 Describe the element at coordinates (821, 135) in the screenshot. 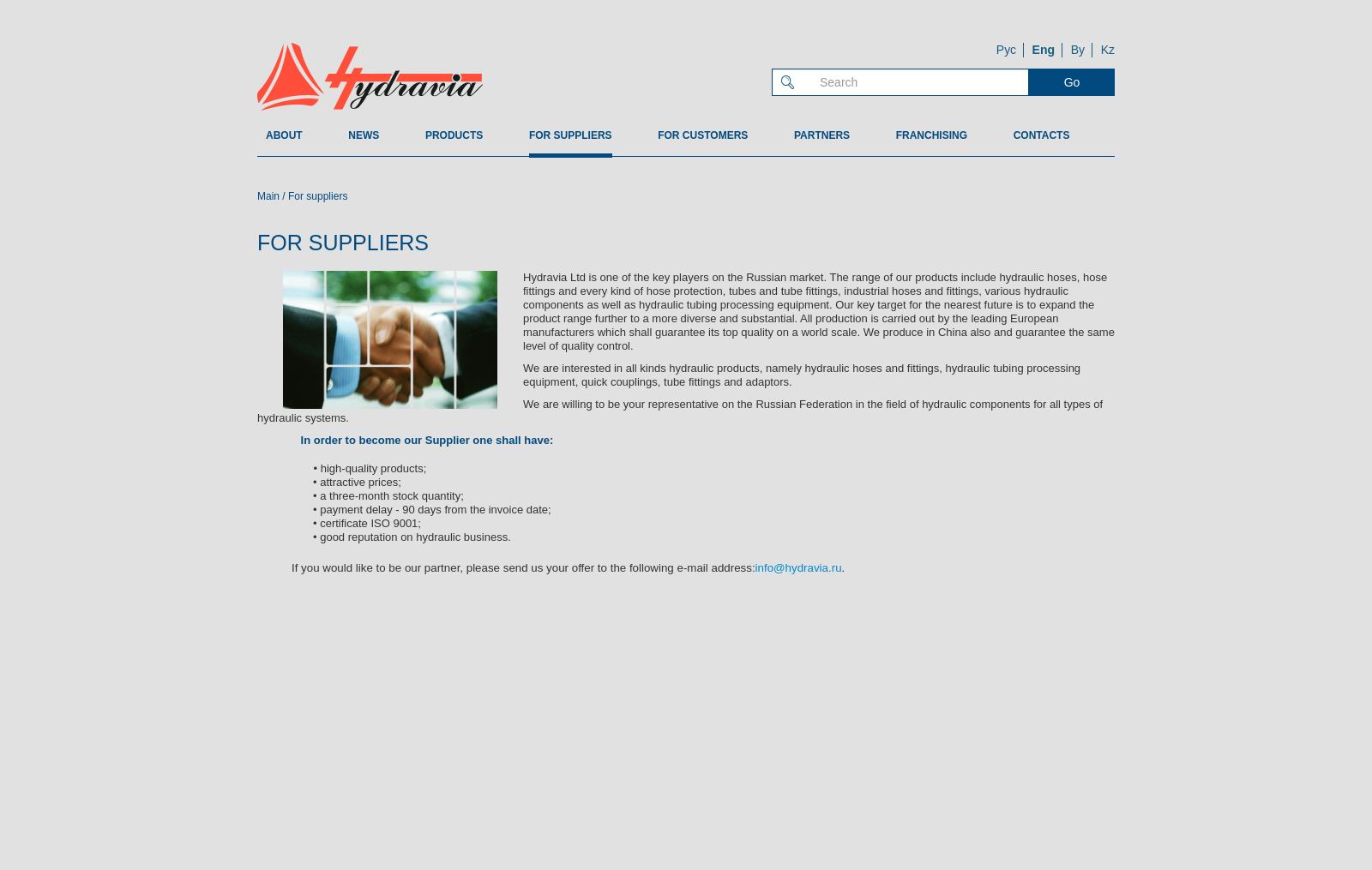

I see `'Partners'` at that location.